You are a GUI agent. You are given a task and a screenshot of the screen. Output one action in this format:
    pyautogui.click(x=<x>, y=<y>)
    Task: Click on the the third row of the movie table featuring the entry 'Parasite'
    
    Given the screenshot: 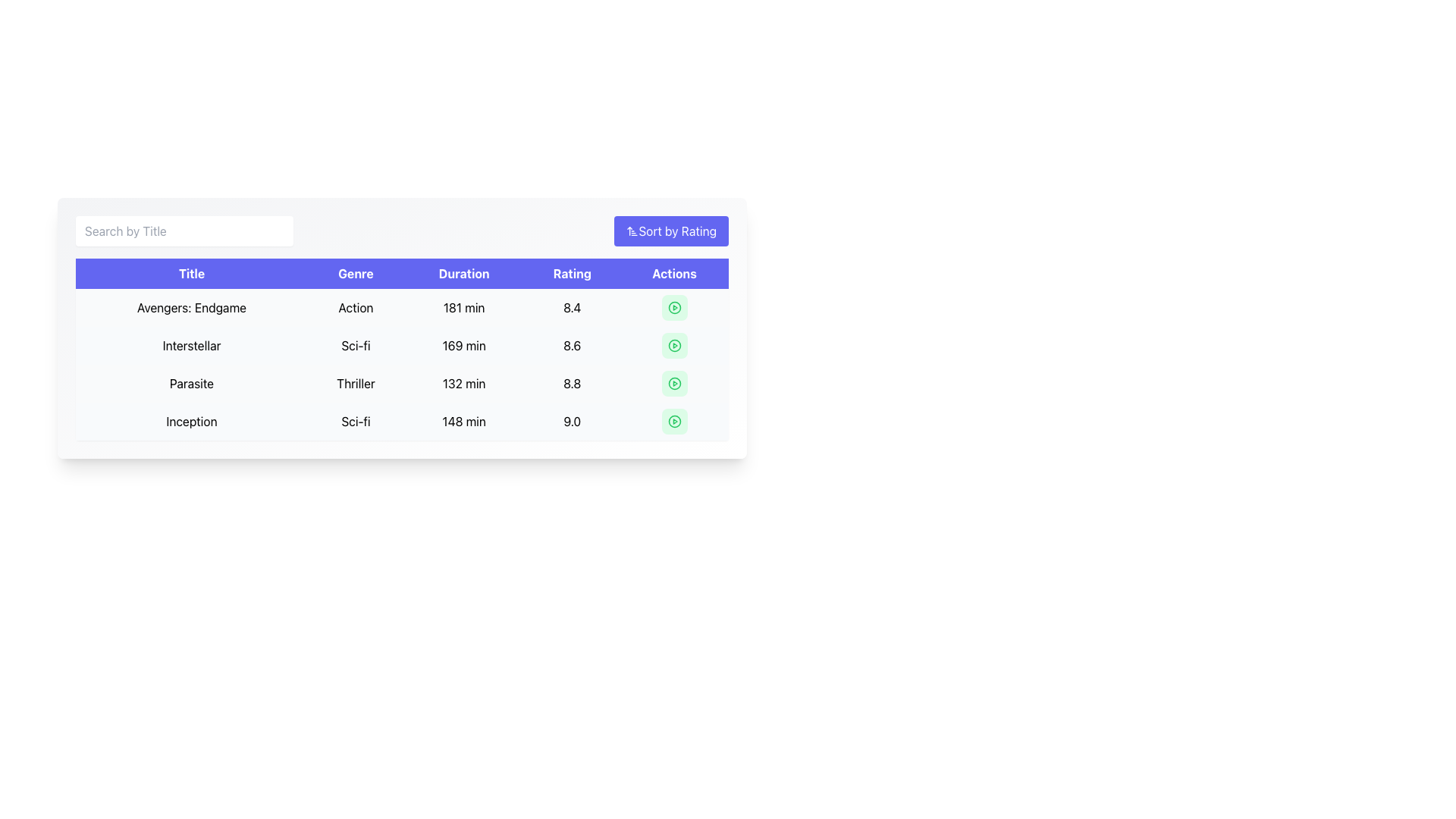 What is the action you would take?
    pyautogui.click(x=402, y=382)
    